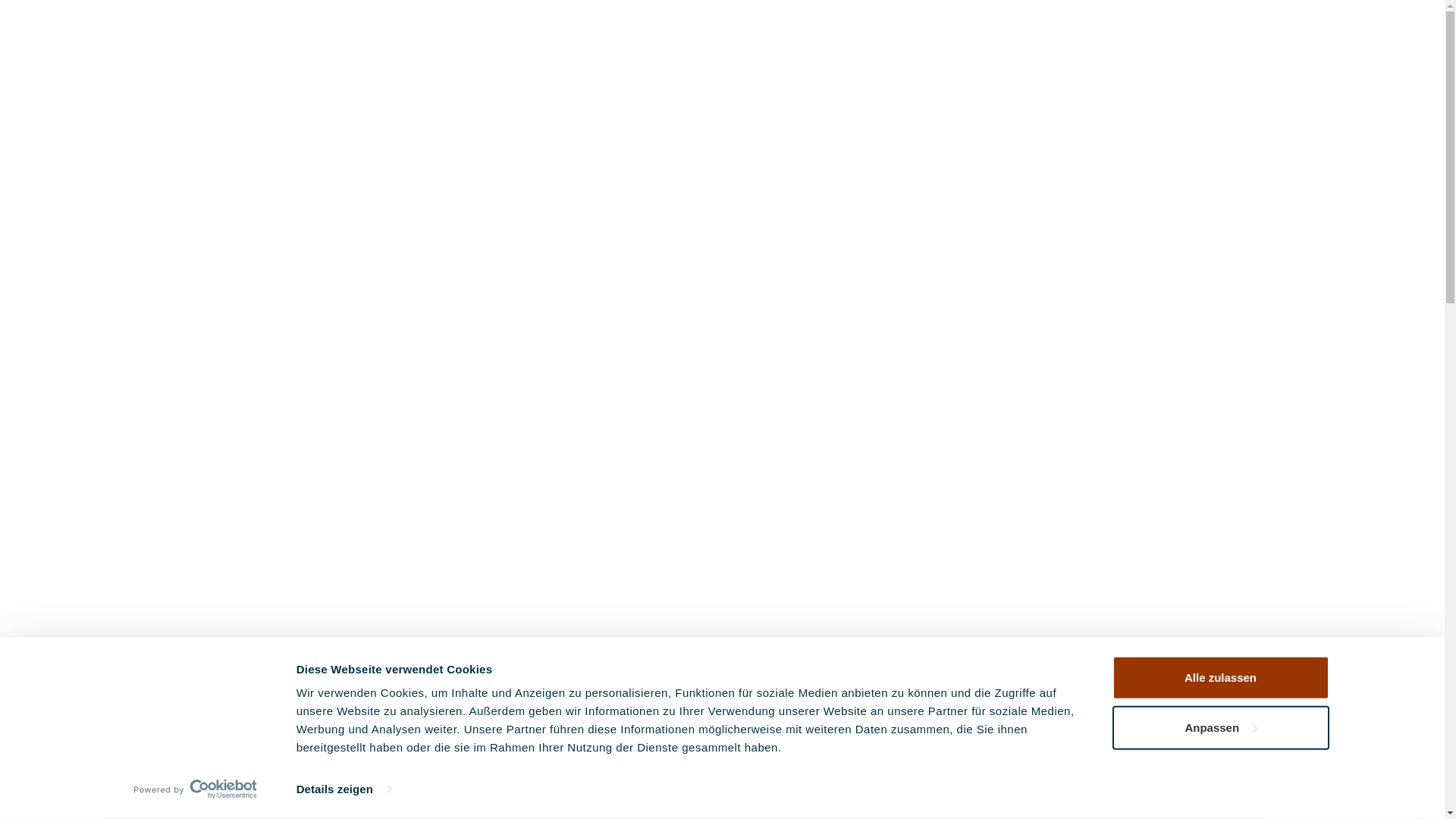 The width and height of the screenshot is (1456, 819). I want to click on 'Details zeigen', so click(343, 789).